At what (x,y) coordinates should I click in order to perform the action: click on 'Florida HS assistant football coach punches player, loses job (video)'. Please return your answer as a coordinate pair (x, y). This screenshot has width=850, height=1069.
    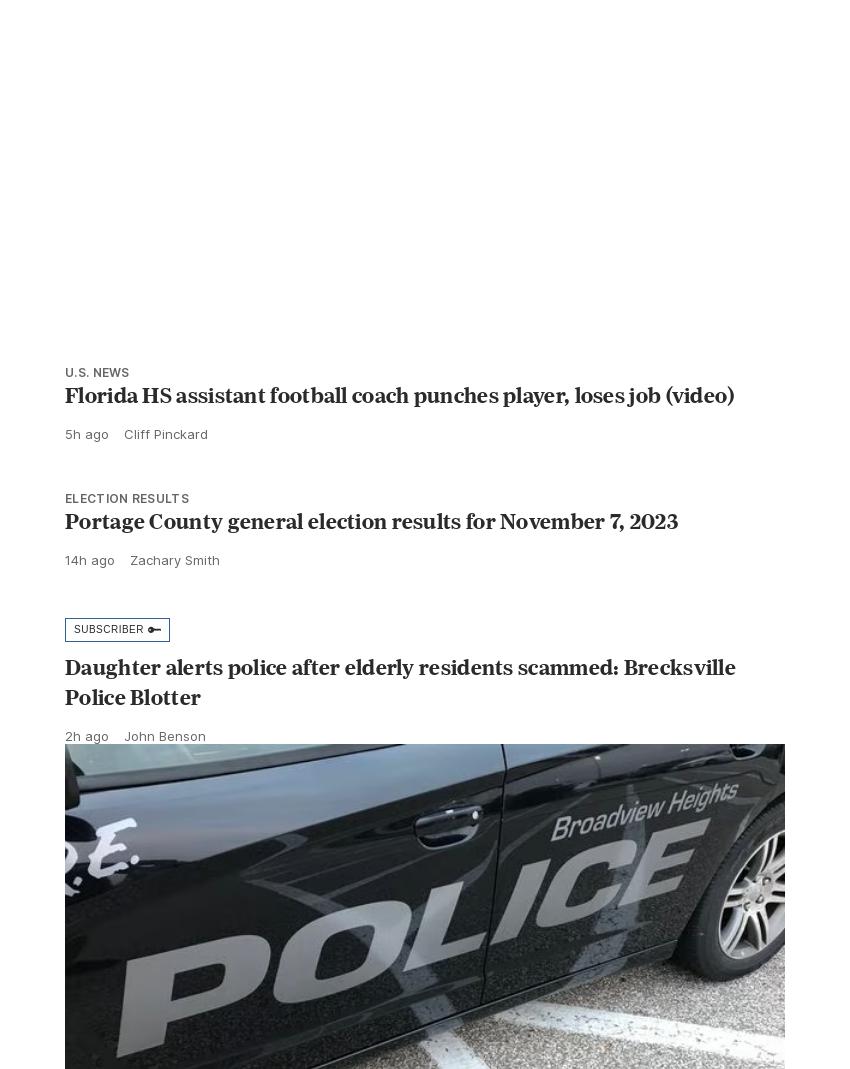
    Looking at the image, I should click on (399, 438).